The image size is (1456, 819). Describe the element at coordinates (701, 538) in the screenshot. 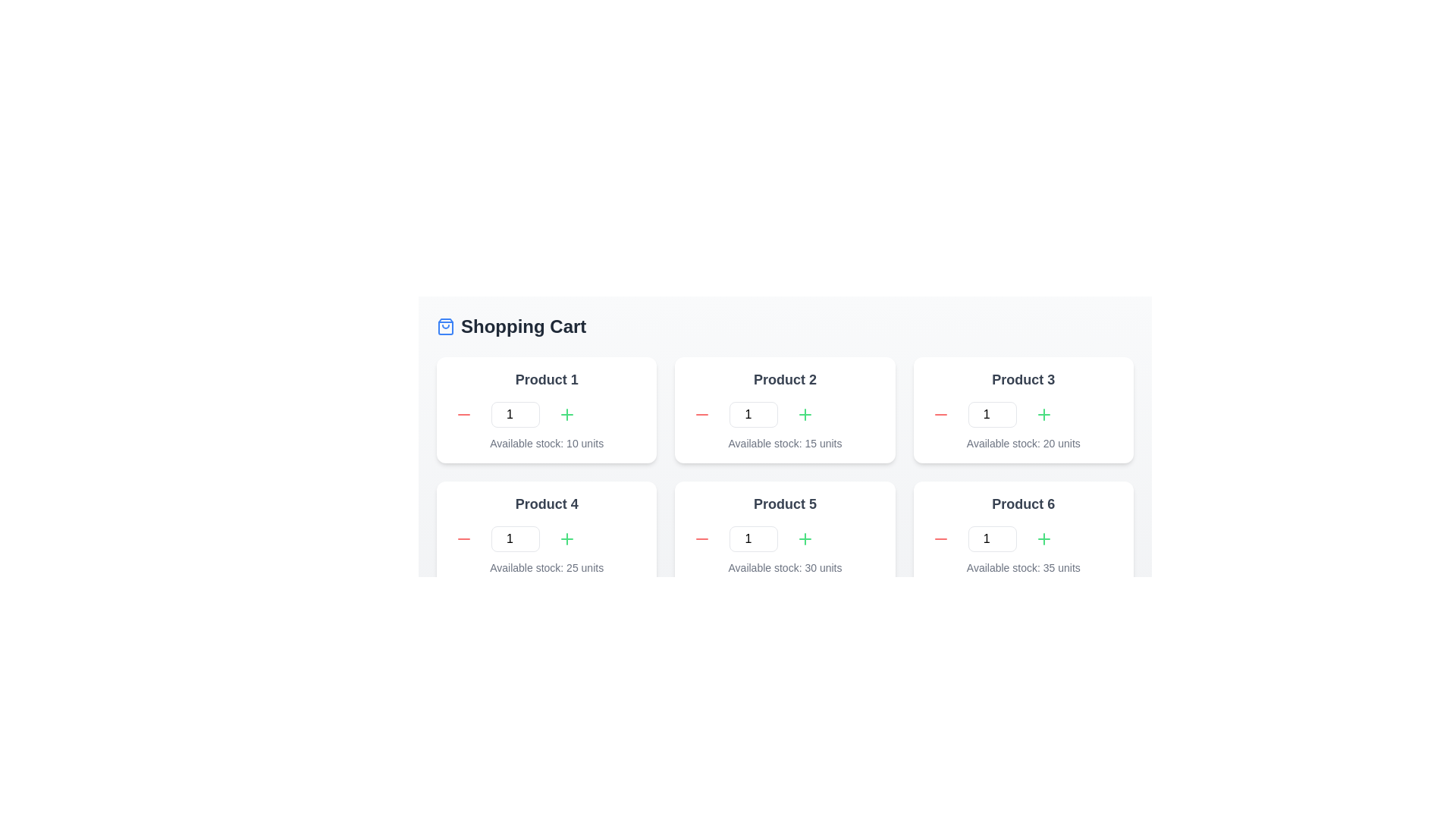

I see `the decrement button, which is a circular button with a red background featuring a minus symbol, located to the left of the quantity field within the 'Product 5' card` at that location.